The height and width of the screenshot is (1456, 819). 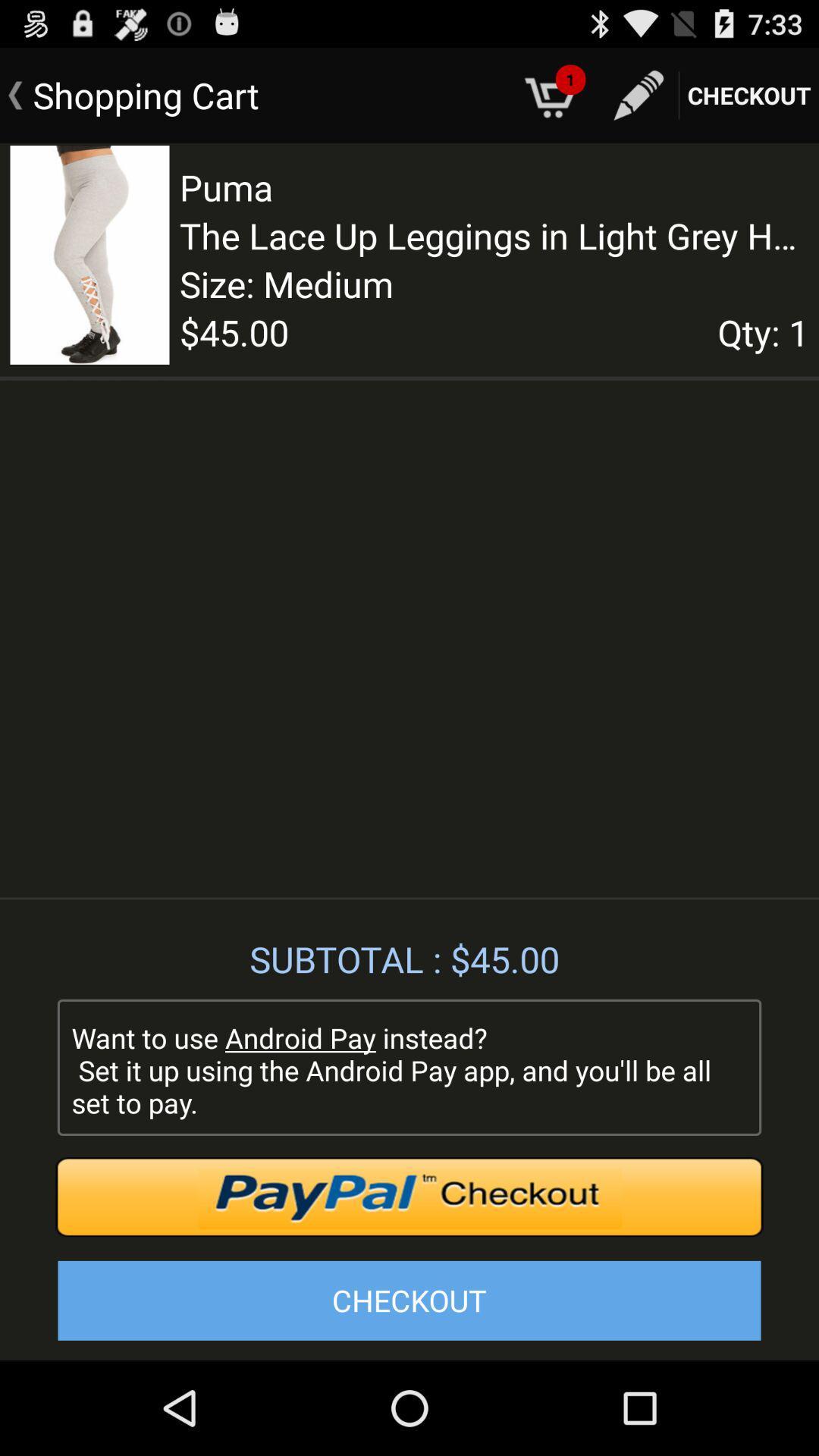 What do you see at coordinates (551, 94) in the screenshot?
I see `the icon which is right to the text shopping cart` at bounding box center [551, 94].